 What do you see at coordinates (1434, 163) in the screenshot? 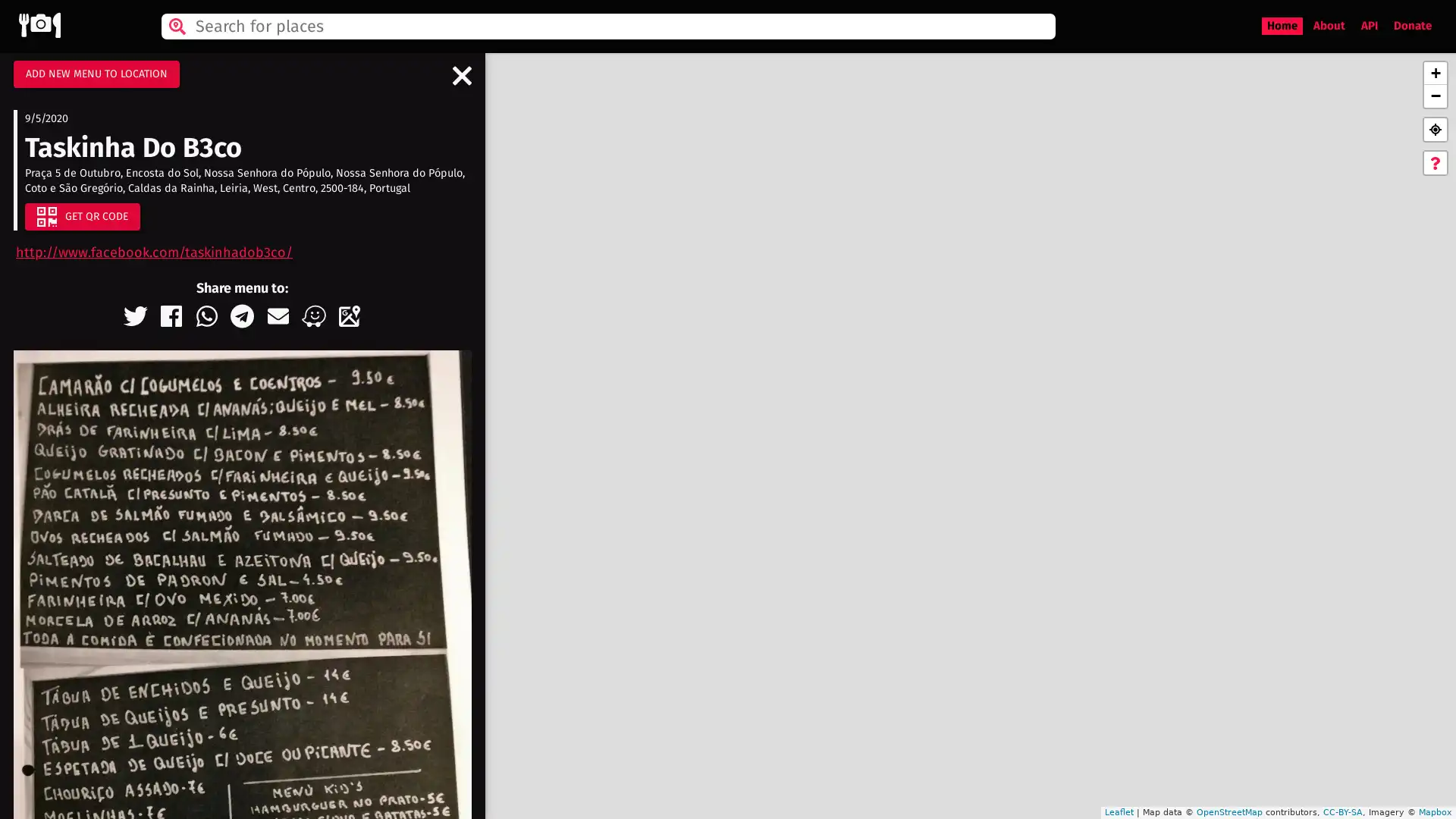
I see `Help tutorial` at bounding box center [1434, 163].